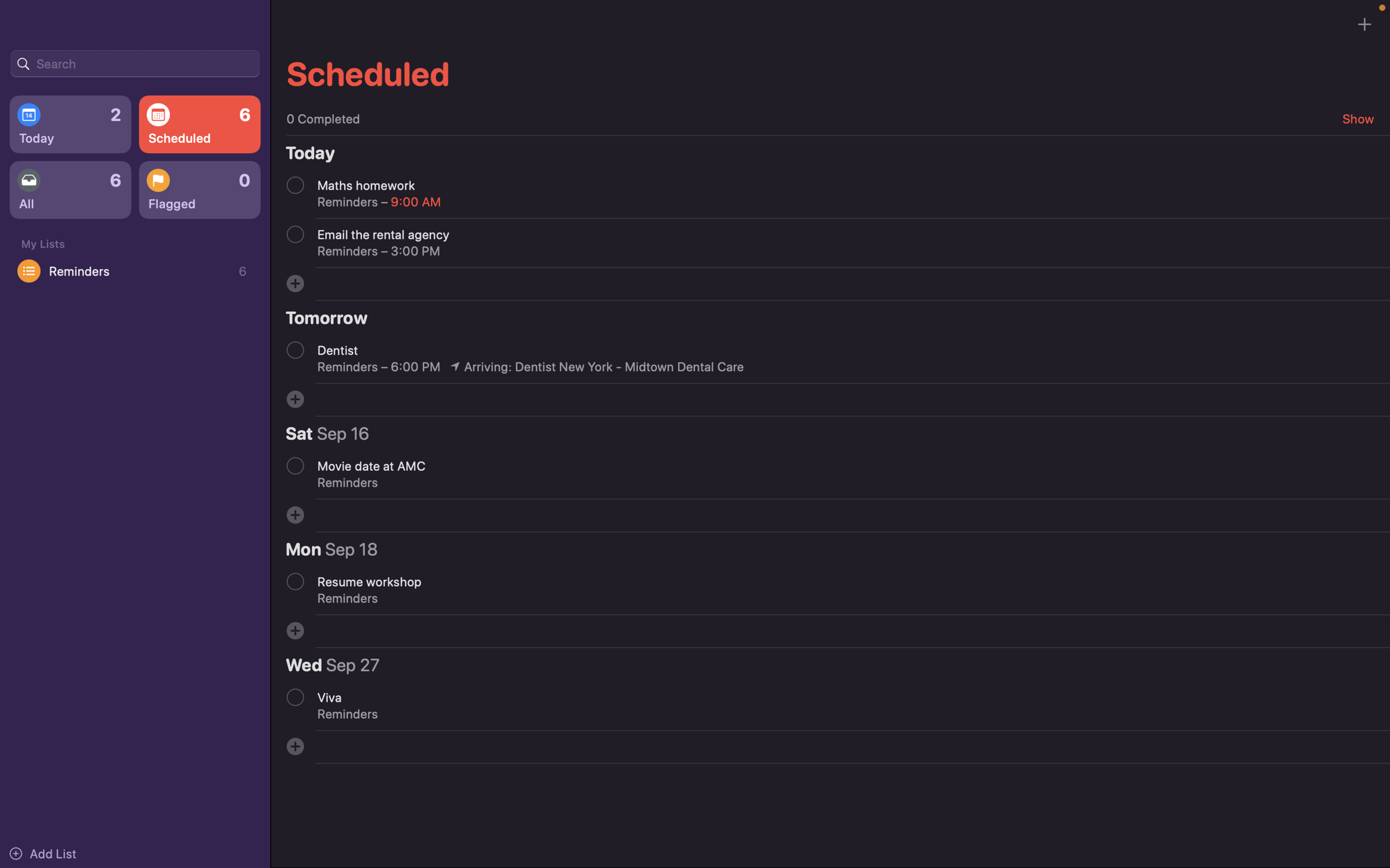  What do you see at coordinates (134, 62) in the screenshot?
I see `Search and view all the 2022 year"s events` at bounding box center [134, 62].